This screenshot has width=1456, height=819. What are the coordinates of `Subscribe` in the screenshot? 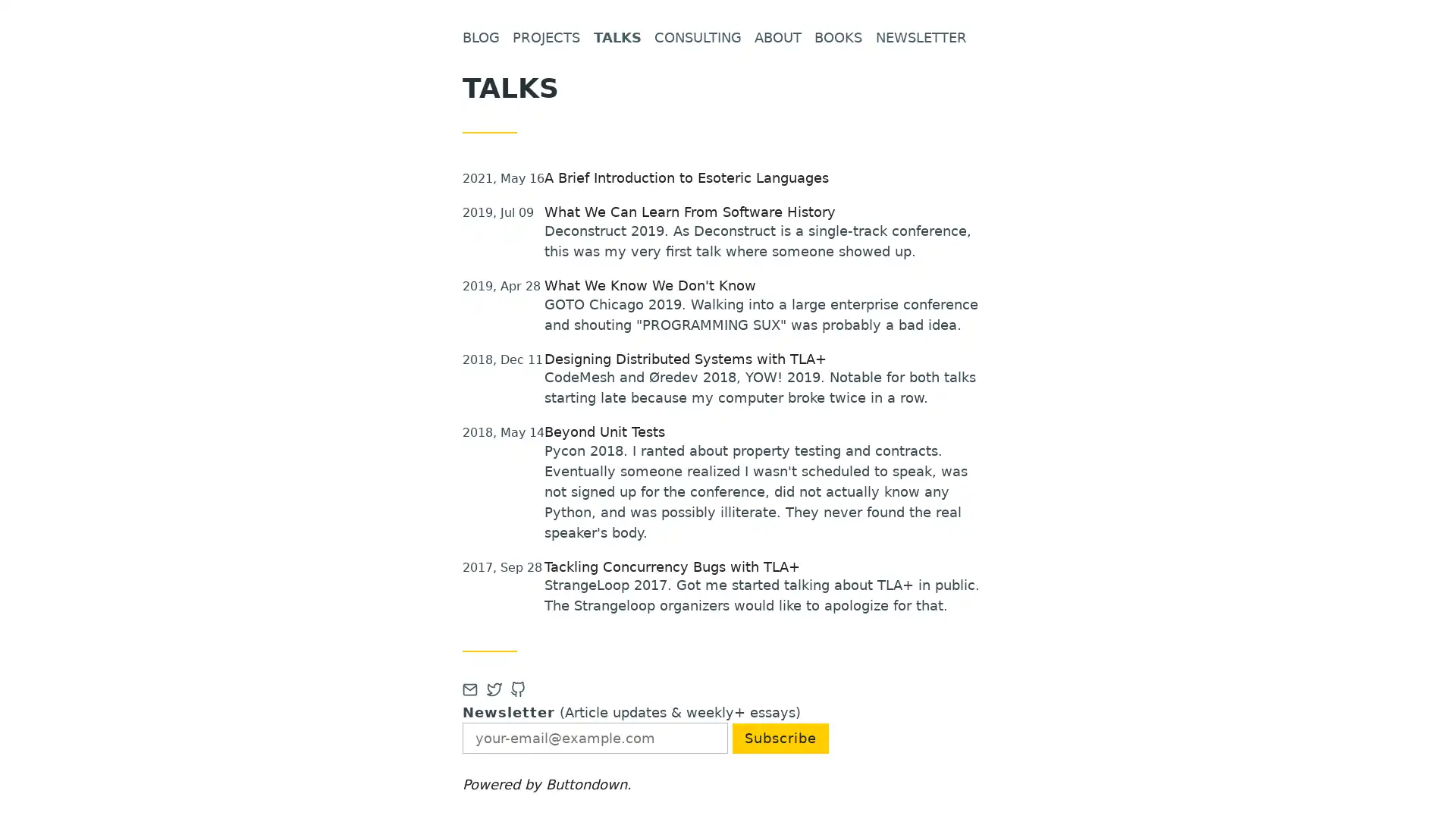 It's located at (780, 737).